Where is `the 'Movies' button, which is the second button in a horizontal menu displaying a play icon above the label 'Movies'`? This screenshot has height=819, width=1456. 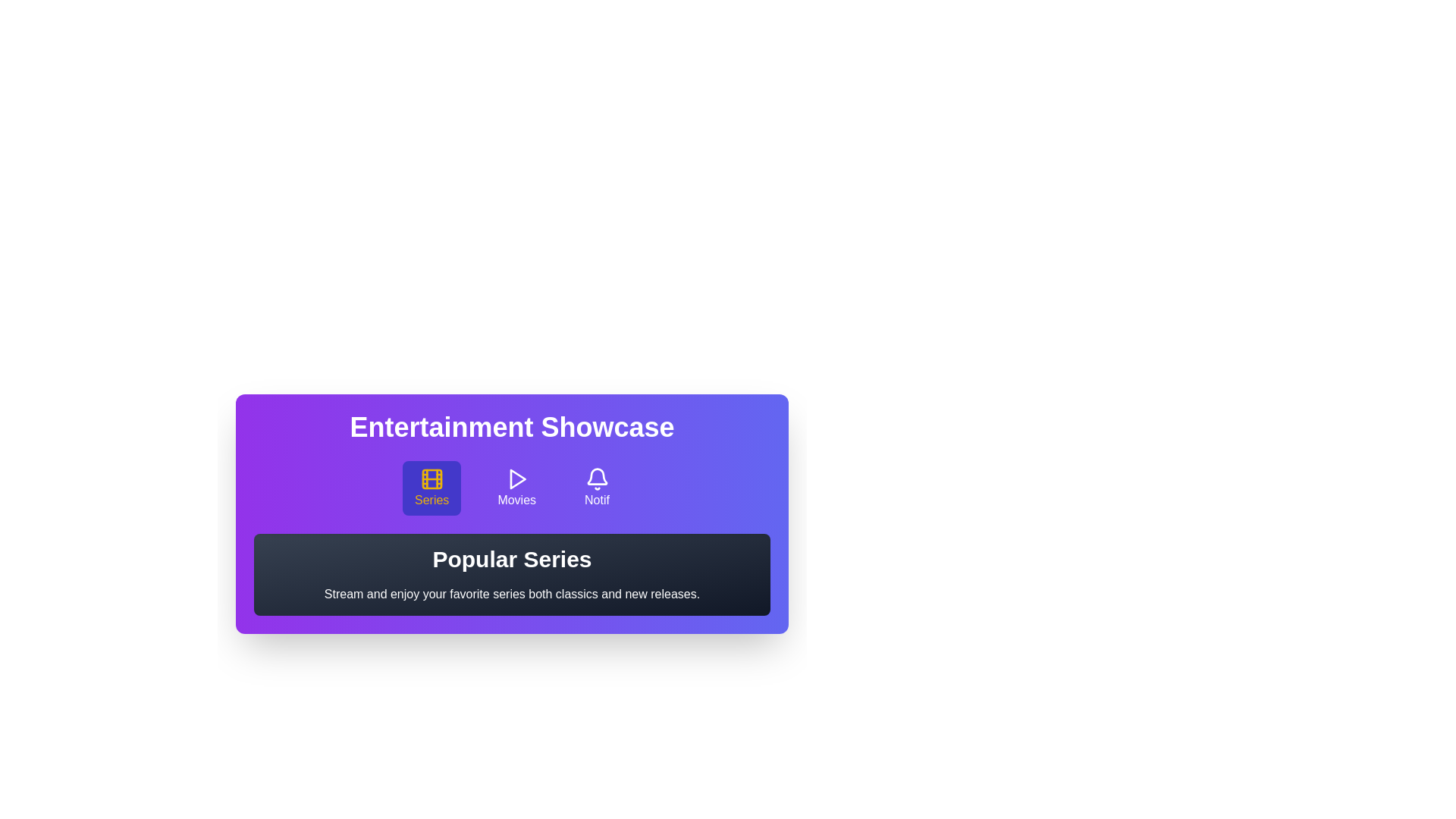 the 'Movies' button, which is the second button in a horizontal menu displaying a play icon above the label 'Movies' is located at coordinates (516, 488).